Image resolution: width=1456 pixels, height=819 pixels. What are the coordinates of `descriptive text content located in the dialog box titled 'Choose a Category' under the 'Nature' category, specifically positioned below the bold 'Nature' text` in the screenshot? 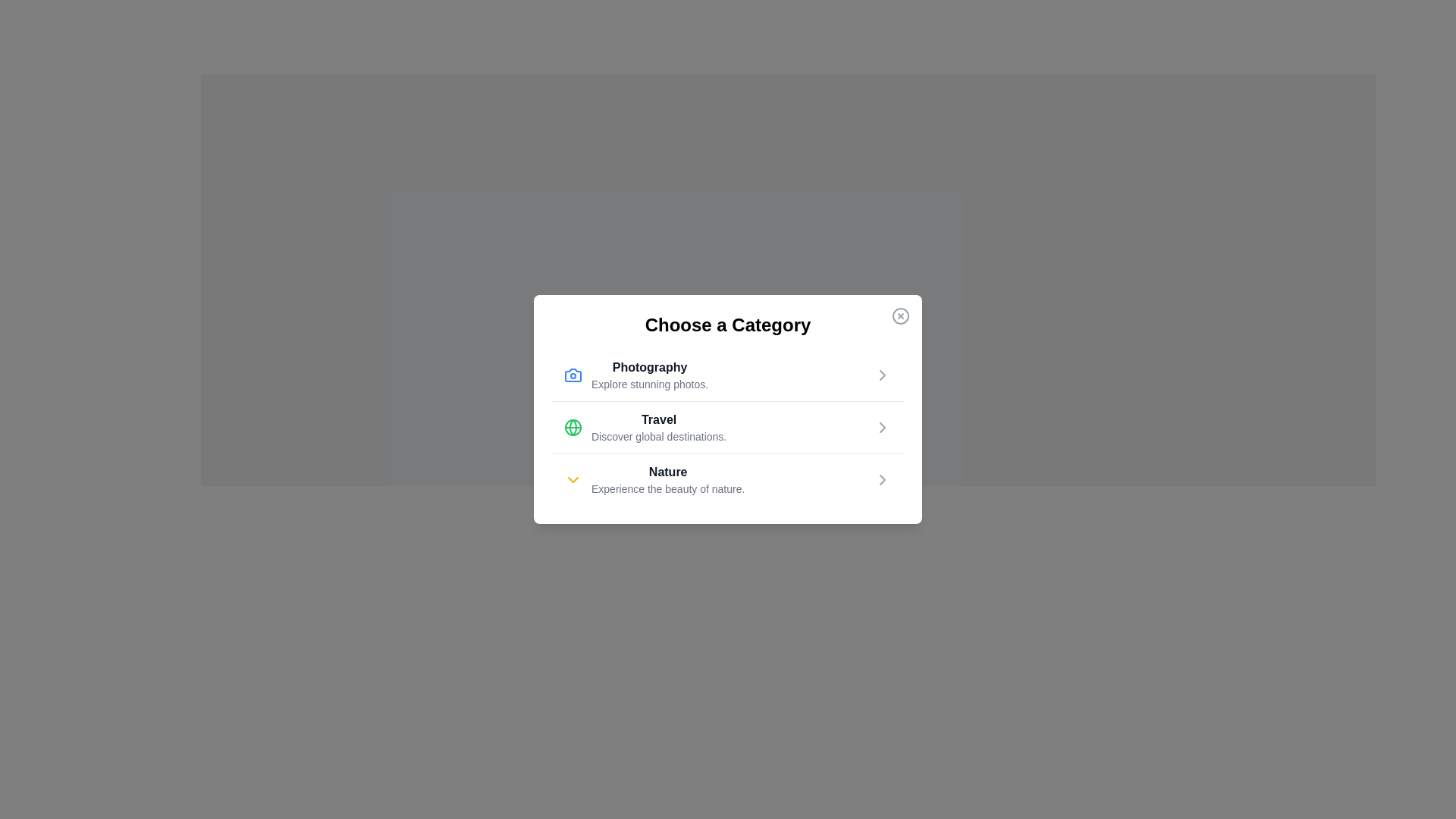 It's located at (667, 488).